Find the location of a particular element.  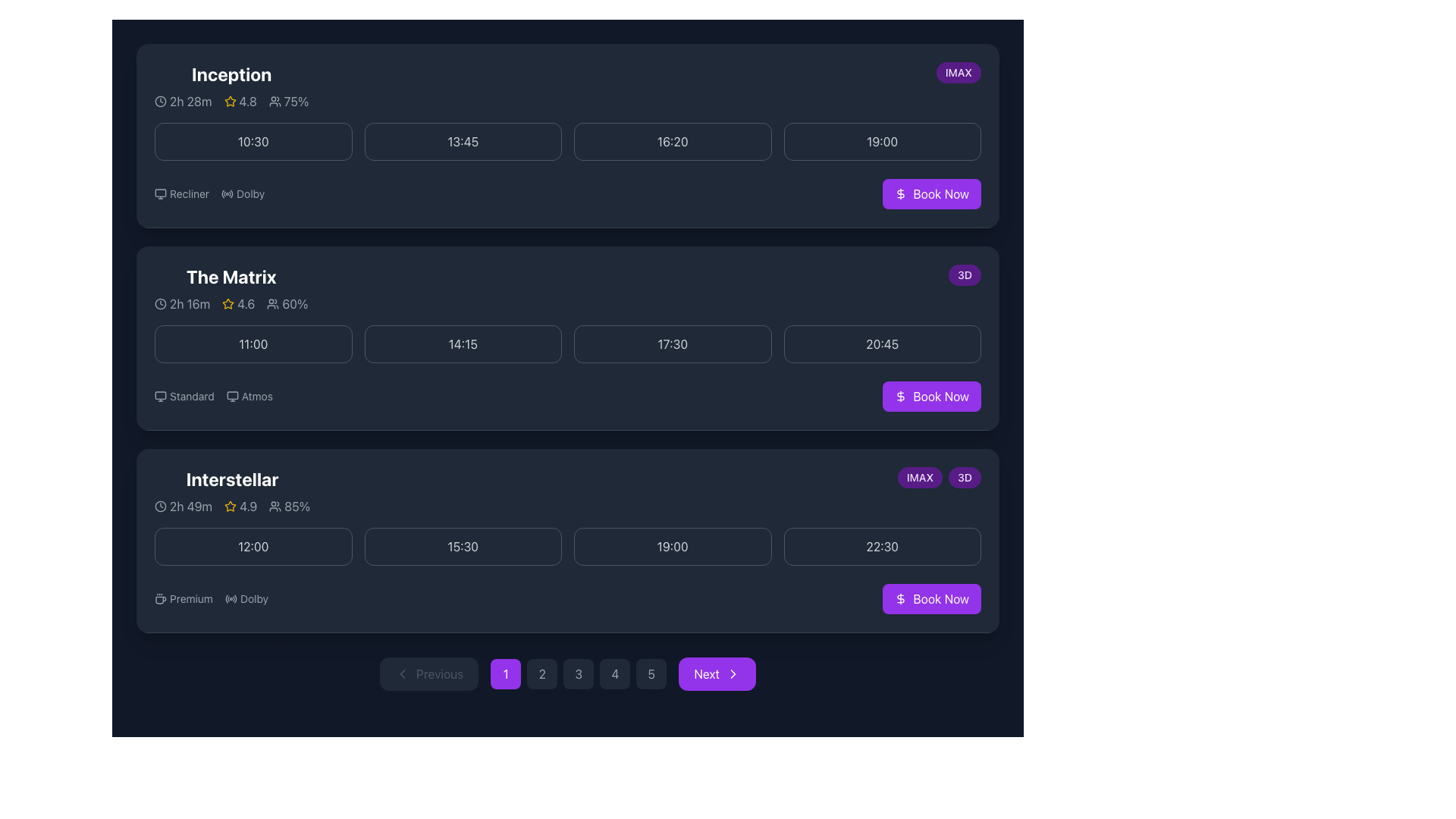

the rating text '4.8' or the yellow star icon is located at coordinates (240, 102).